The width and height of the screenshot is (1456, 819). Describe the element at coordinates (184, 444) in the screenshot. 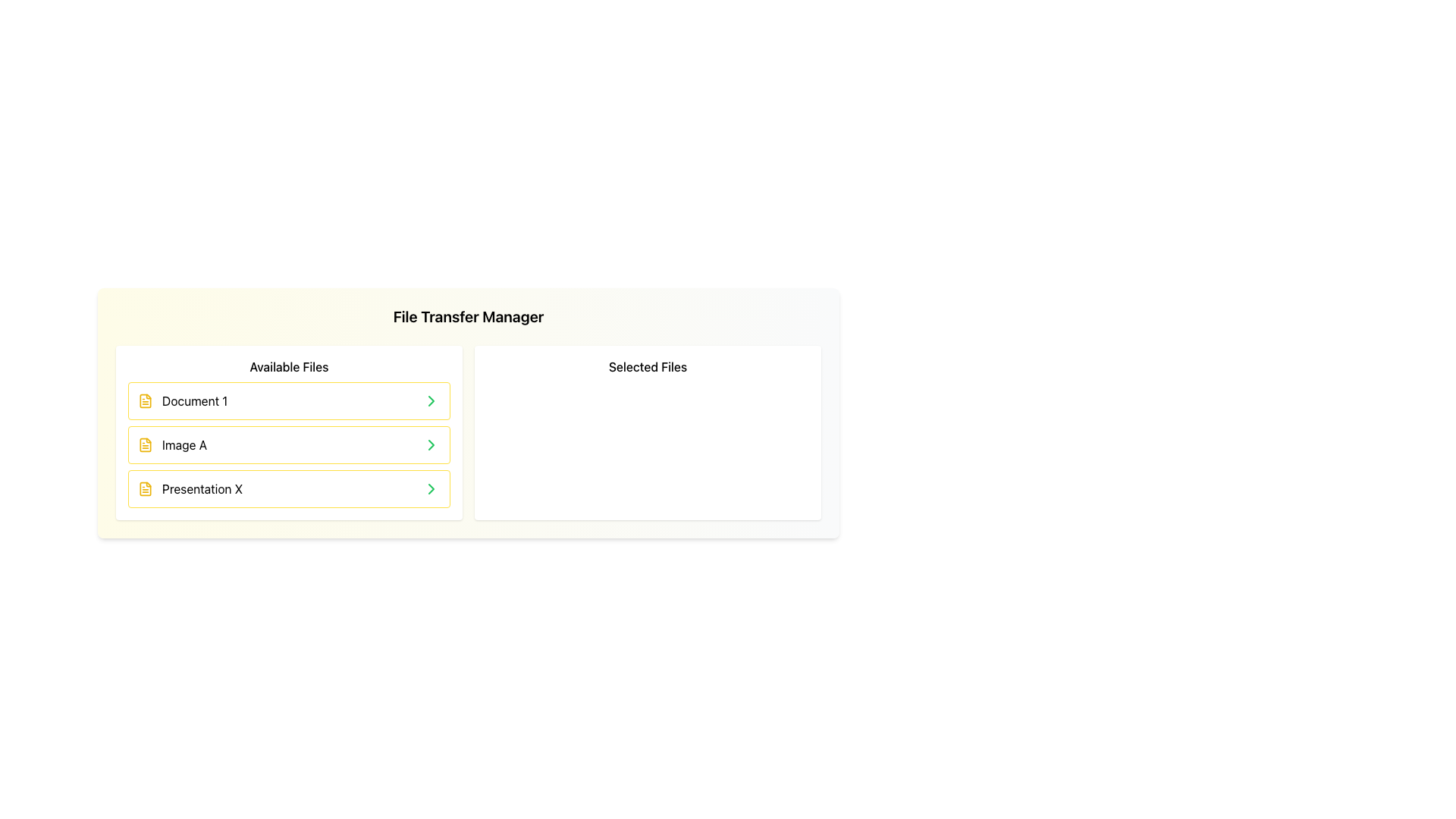

I see `the text label representing 'Image A'` at that location.